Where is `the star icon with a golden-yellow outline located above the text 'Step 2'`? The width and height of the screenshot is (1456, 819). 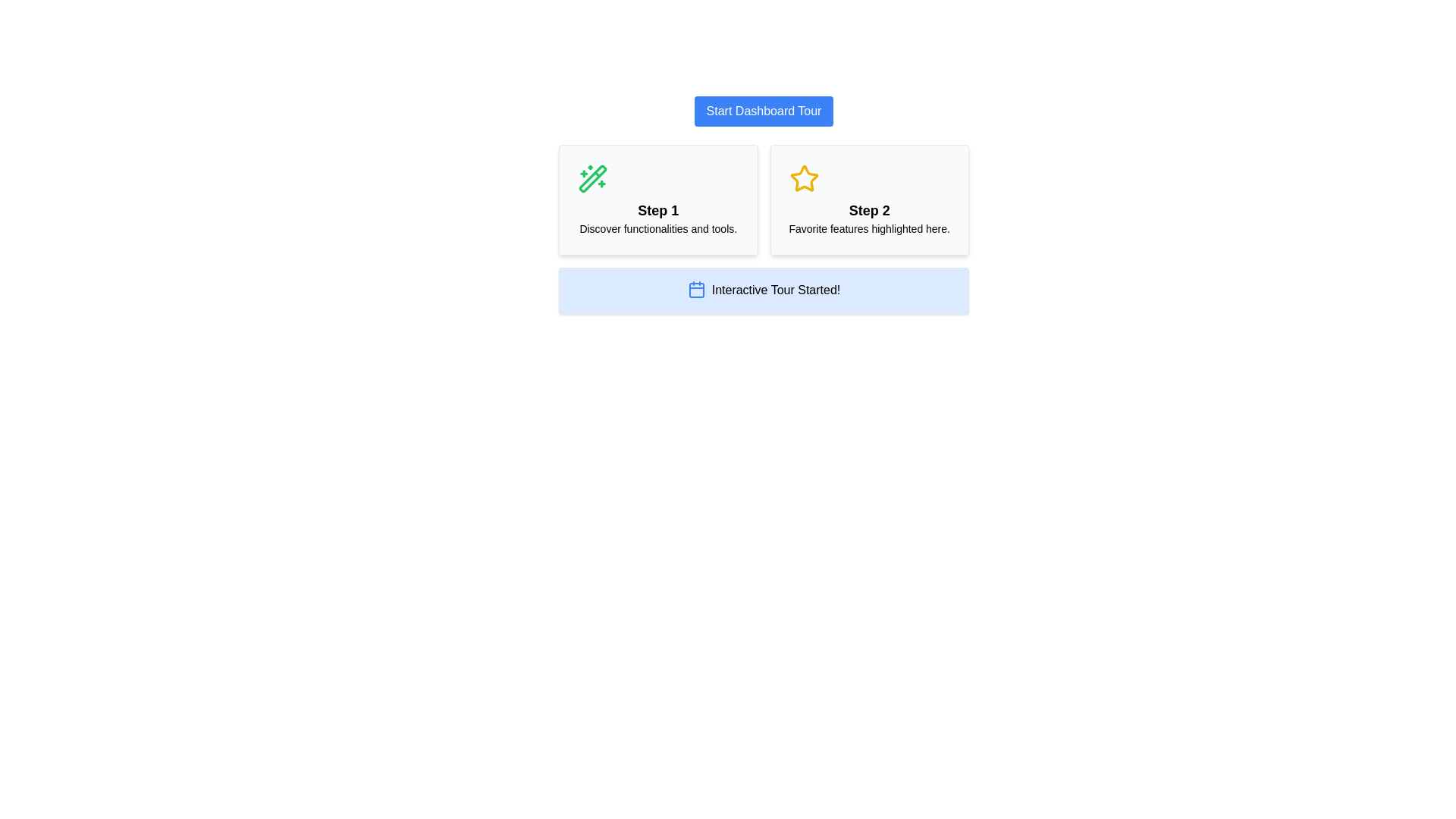
the star icon with a golden-yellow outline located above the text 'Step 2' is located at coordinates (803, 177).